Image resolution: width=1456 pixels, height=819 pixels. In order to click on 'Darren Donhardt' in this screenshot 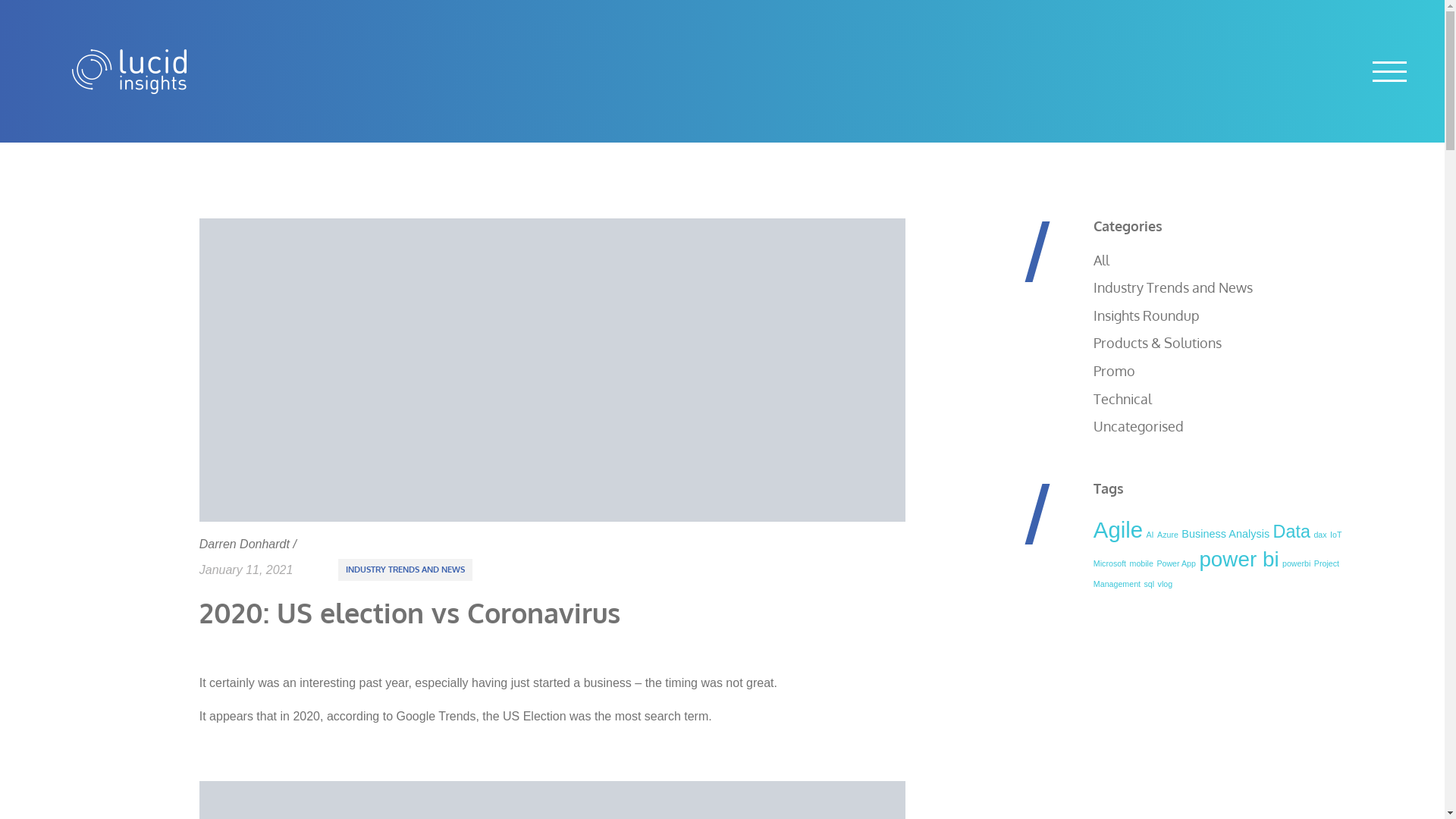, I will do `click(244, 543)`.